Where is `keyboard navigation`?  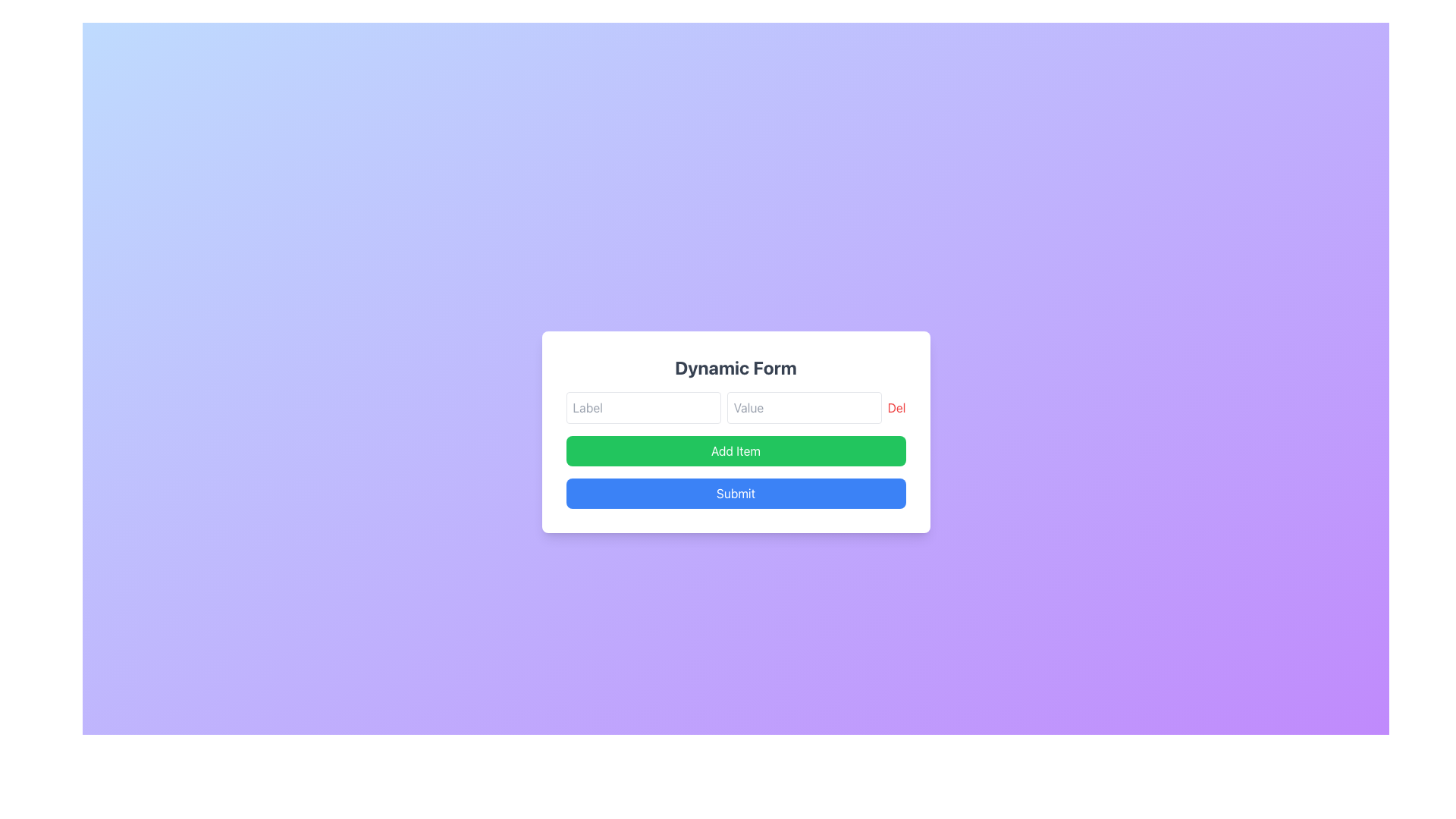
keyboard navigation is located at coordinates (736, 494).